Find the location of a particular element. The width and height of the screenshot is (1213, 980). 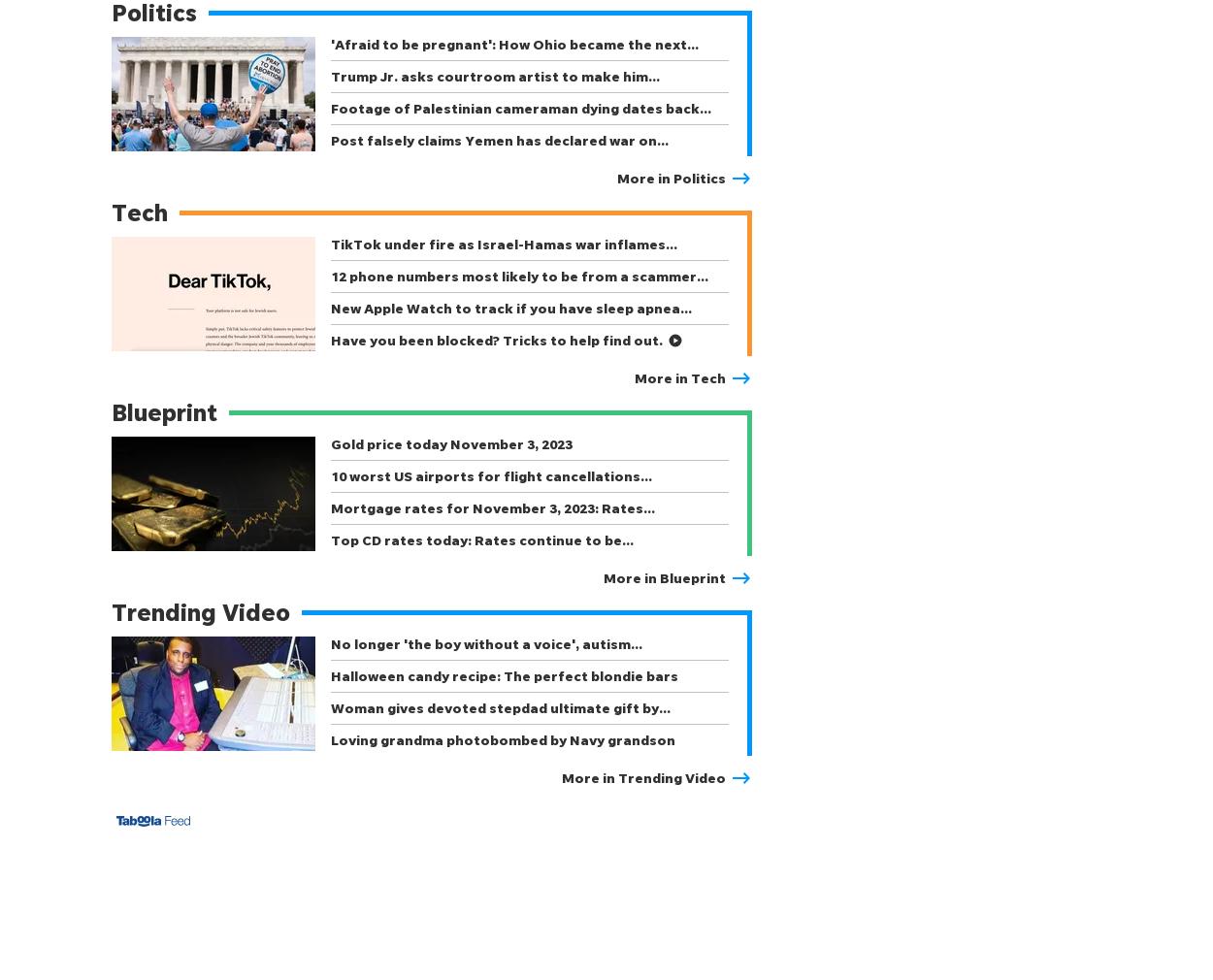

'Woman gives devoted stepdad ultimate gift by…' is located at coordinates (501, 706).